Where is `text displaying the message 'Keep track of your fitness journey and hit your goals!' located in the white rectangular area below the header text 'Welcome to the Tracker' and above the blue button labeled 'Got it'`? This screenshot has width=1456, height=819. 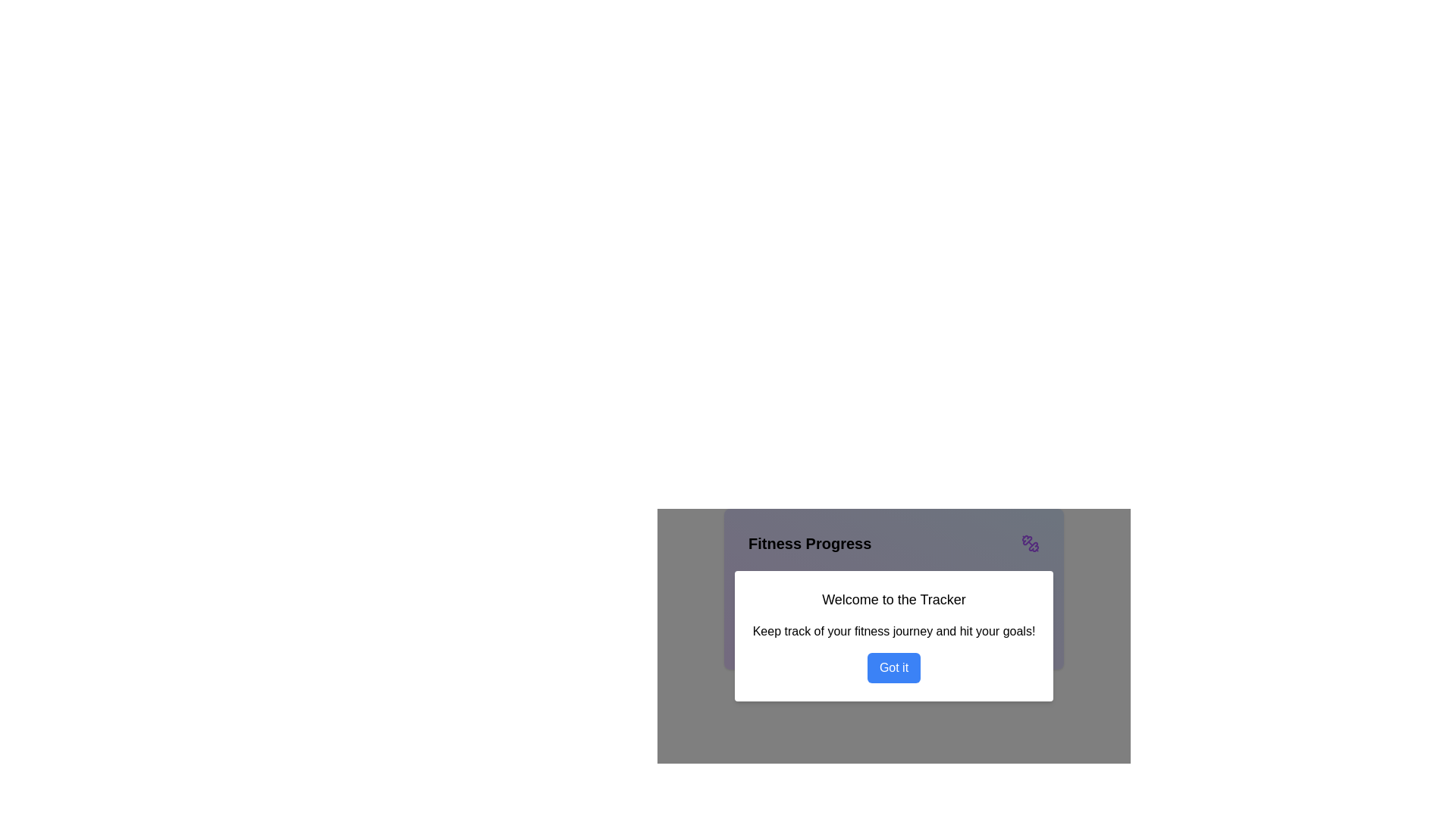 text displaying the message 'Keep track of your fitness journey and hit your goals!' located in the white rectangular area below the header text 'Welcome to the Tracker' and above the blue button labeled 'Got it' is located at coordinates (894, 632).